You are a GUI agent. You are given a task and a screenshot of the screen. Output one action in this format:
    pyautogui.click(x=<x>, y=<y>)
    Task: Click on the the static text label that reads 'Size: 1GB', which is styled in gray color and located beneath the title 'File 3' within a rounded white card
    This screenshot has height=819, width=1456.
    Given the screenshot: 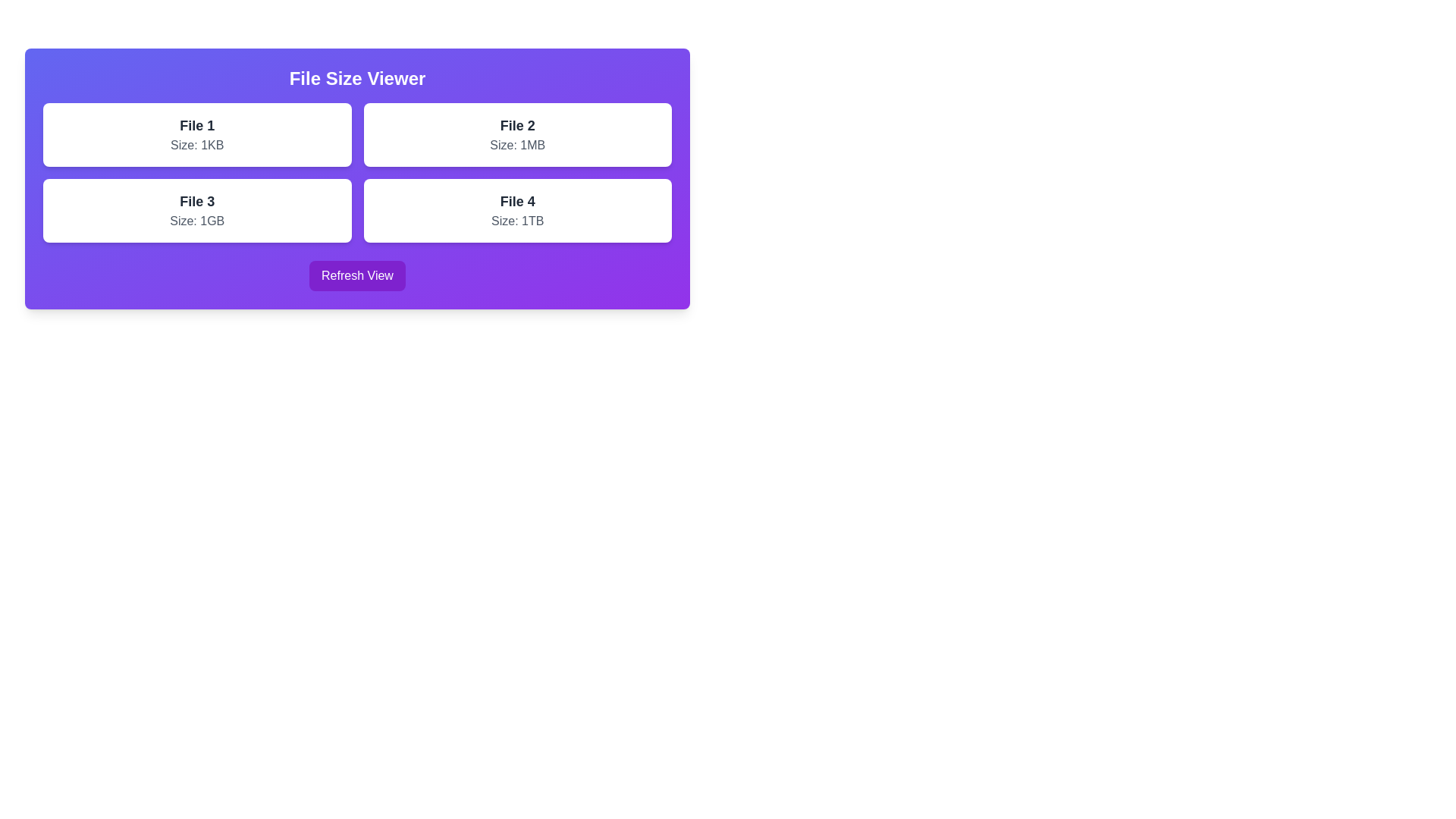 What is the action you would take?
    pyautogui.click(x=196, y=221)
    